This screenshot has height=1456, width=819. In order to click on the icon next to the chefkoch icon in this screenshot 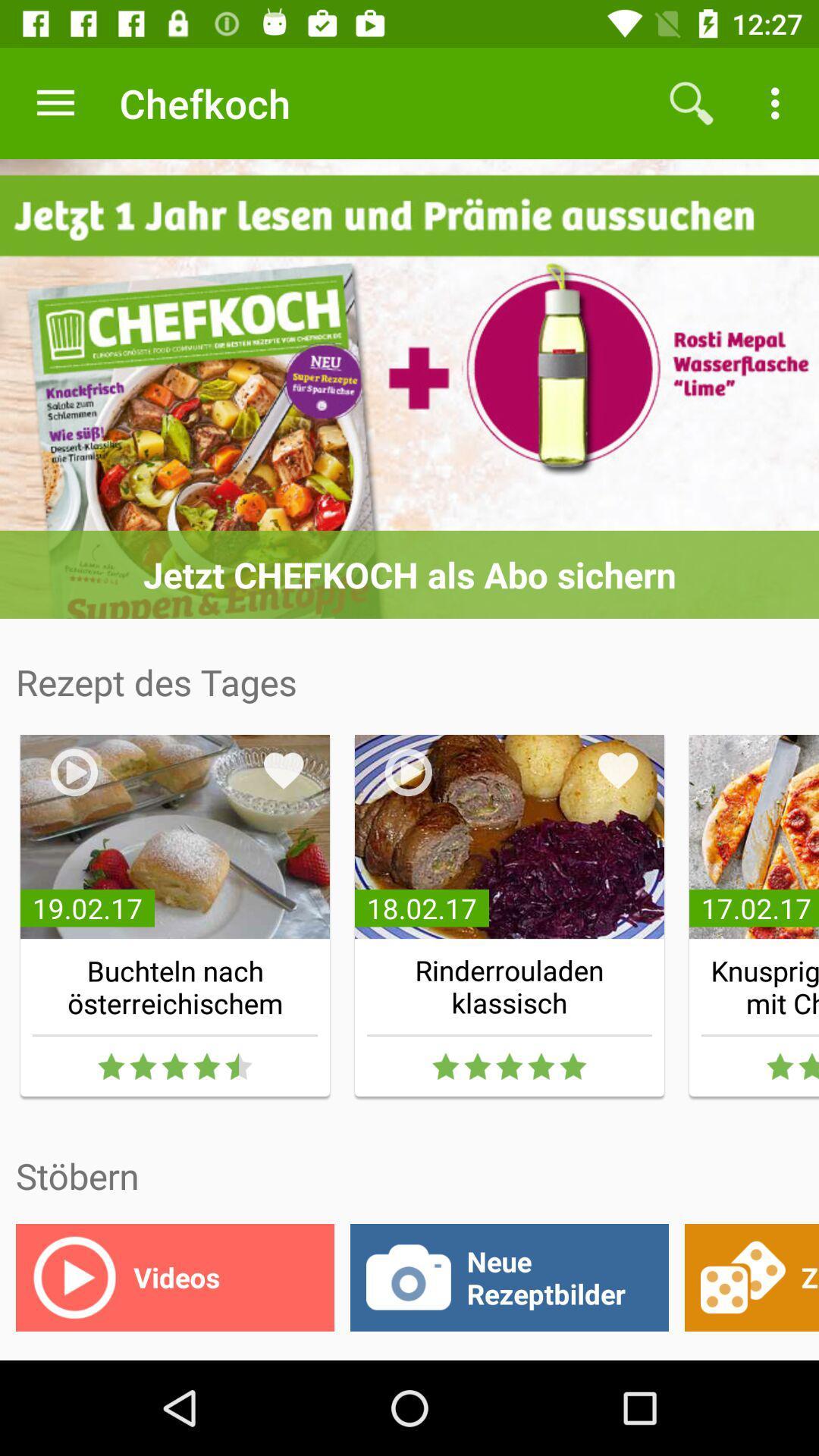, I will do `click(55, 102)`.